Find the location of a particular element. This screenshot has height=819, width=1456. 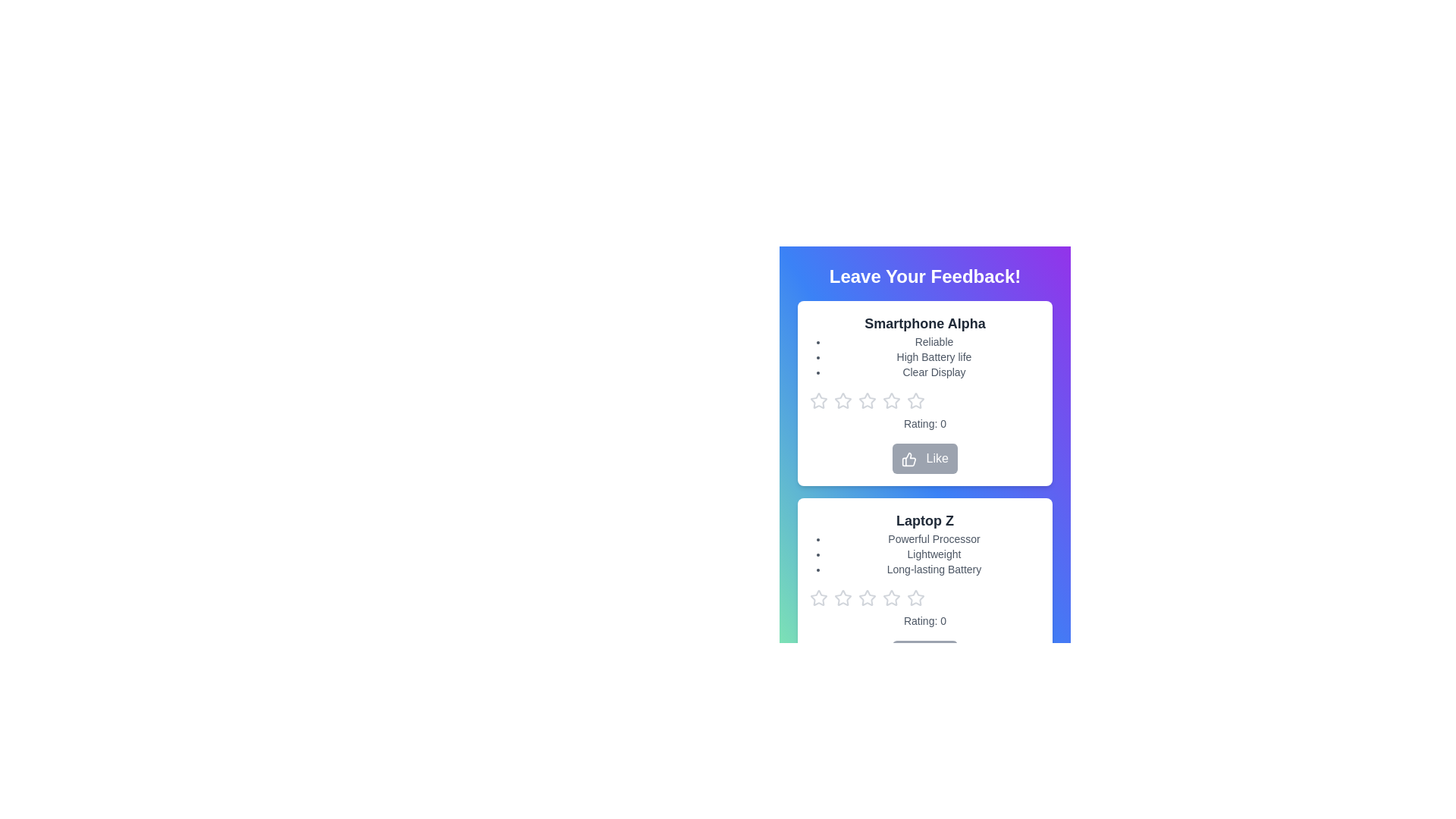

from the center of the first star icon in the 5-star rating system under the 'Laptop Z' feedback card is located at coordinates (818, 597).